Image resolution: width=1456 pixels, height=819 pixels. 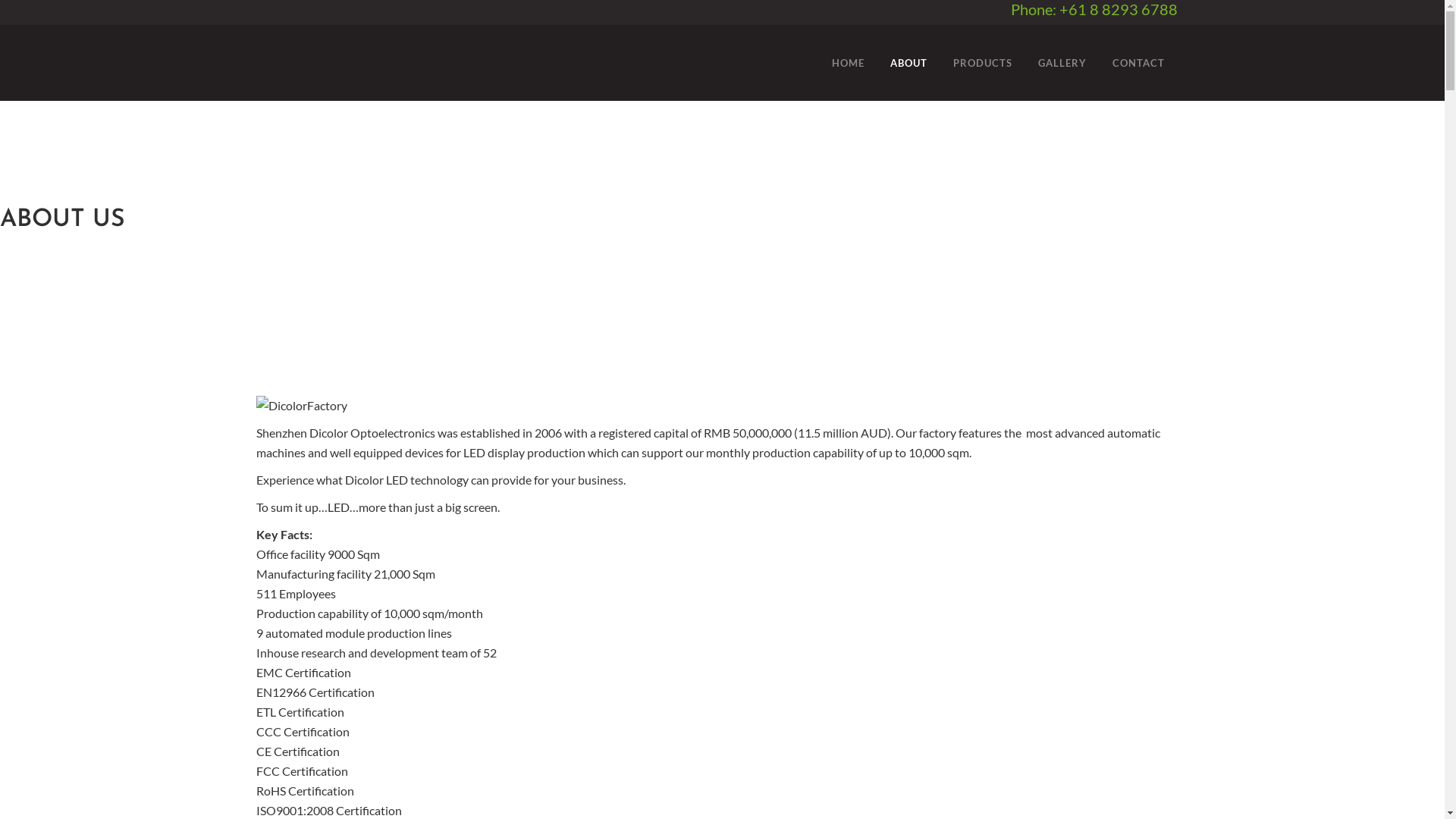 What do you see at coordinates (983, 62) in the screenshot?
I see `'PRODUCTS'` at bounding box center [983, 62].